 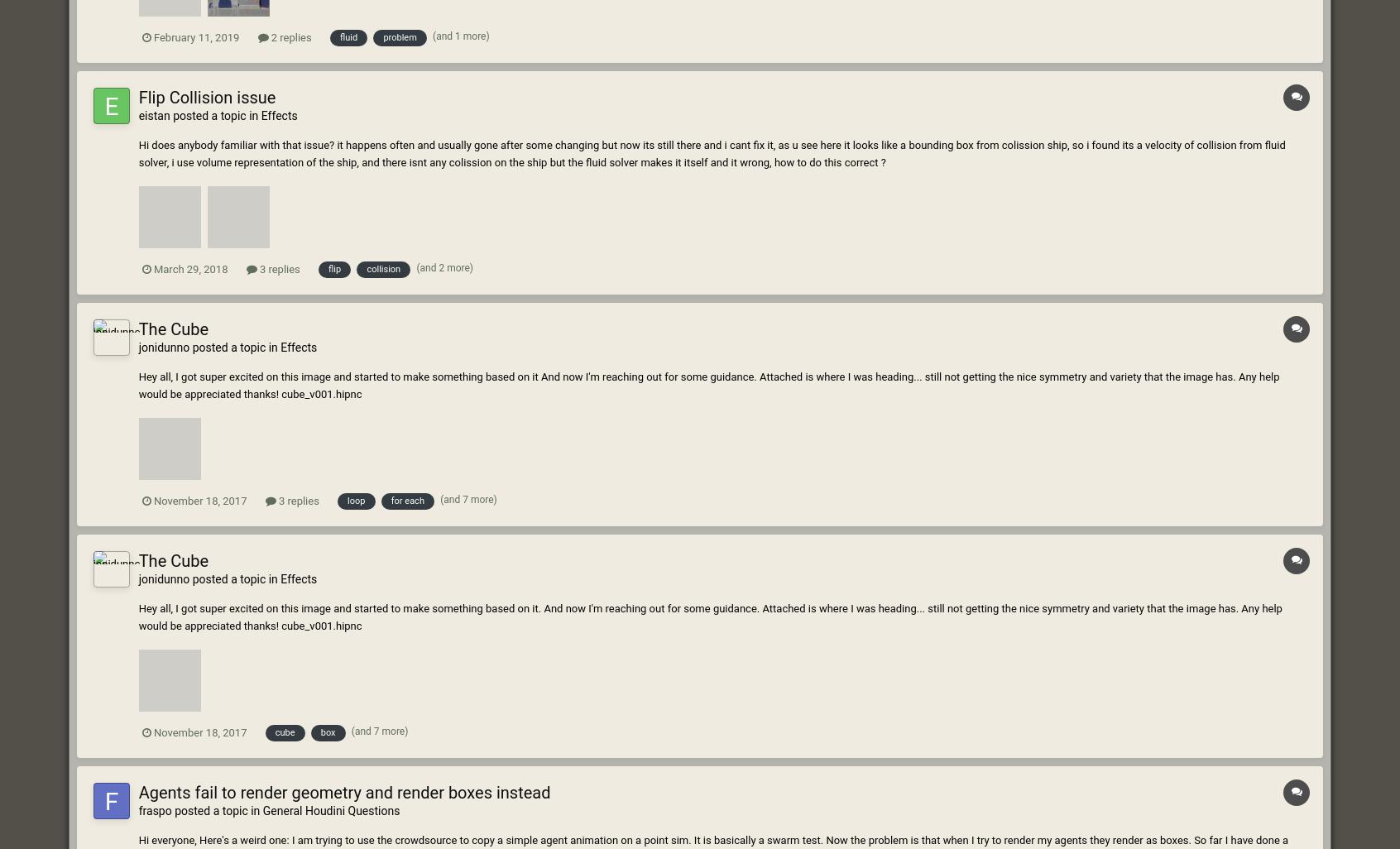 What do you see at coordinates (153, 810) in the screenshot?
I see `'fraspo'` at bounding box center [153, 810].